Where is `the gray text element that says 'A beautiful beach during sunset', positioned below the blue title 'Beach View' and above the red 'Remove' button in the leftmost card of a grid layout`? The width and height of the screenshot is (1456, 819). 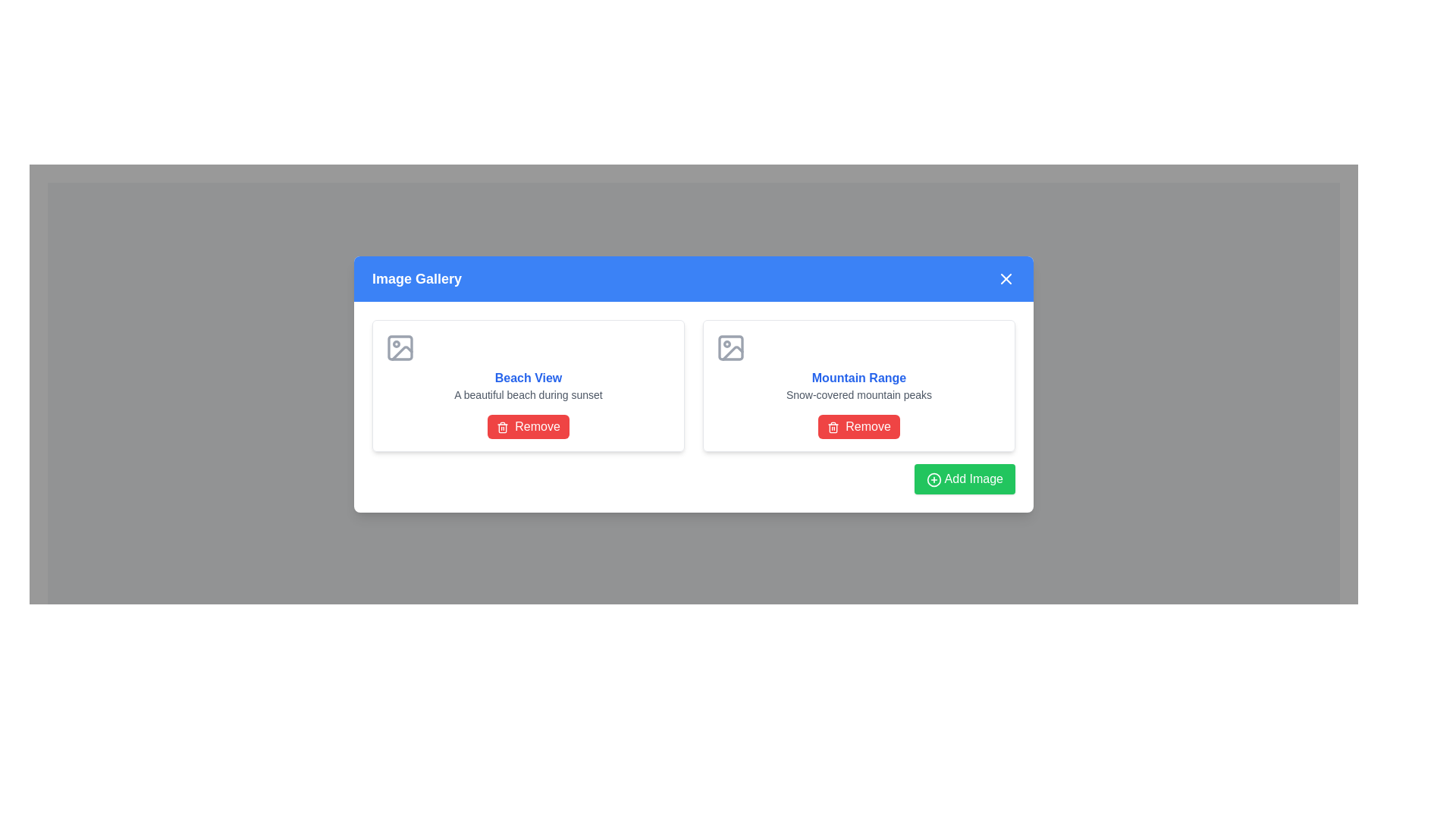
the gray text element that says 'A beautiful beach during sunset', positioned below the blue title 'Beach View' and above the red 'Remove' button in the leftmost card of a grid layout is located at coordinates (528, 394).